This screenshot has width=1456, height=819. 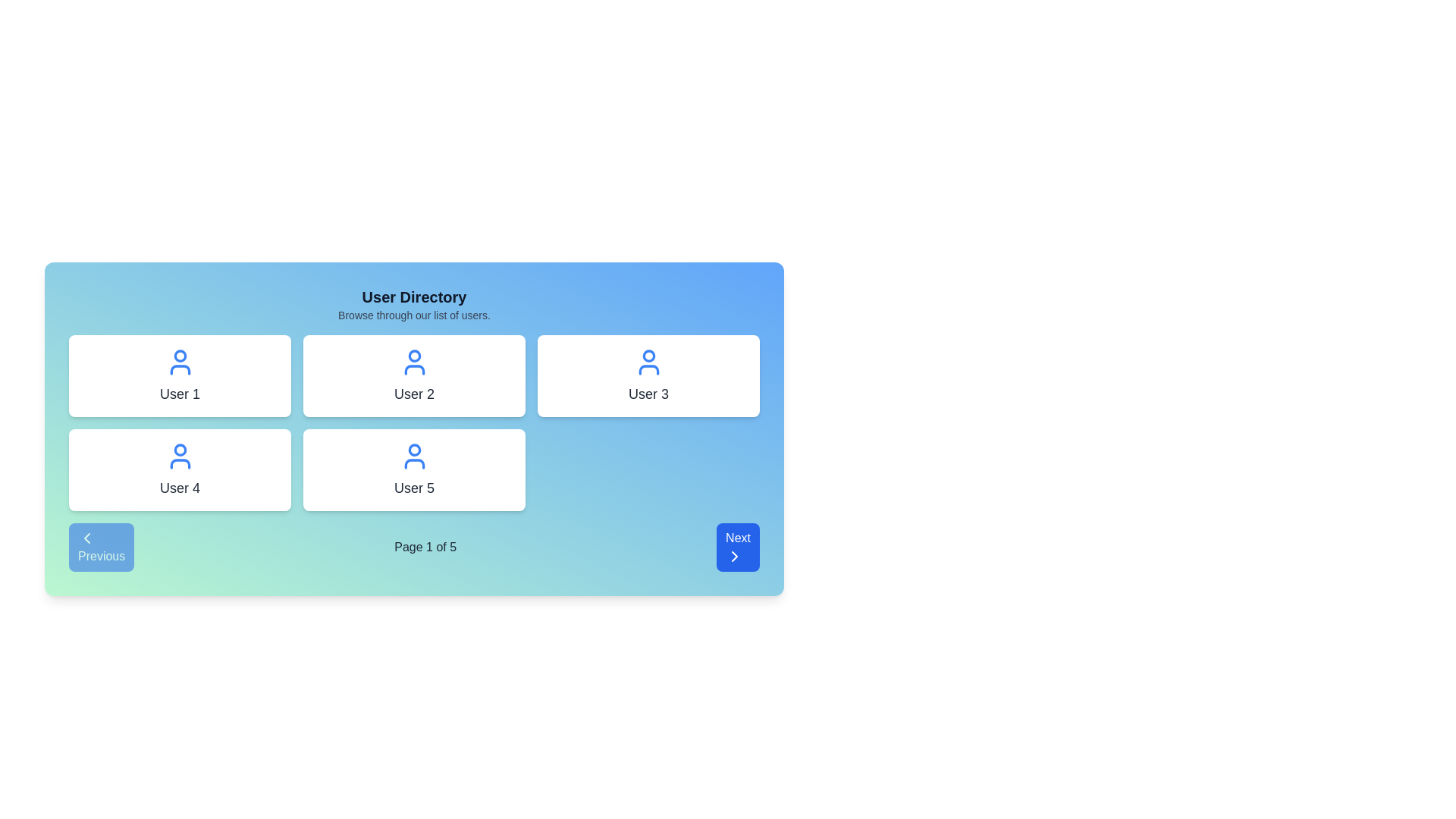 What do you see at coordinates (180, 449) in the screenshot?
I see `the blue outlined circular component of the User 4 icon located in the bottom-left quadrant of the user directory grid` at bounding box center [180, 449].